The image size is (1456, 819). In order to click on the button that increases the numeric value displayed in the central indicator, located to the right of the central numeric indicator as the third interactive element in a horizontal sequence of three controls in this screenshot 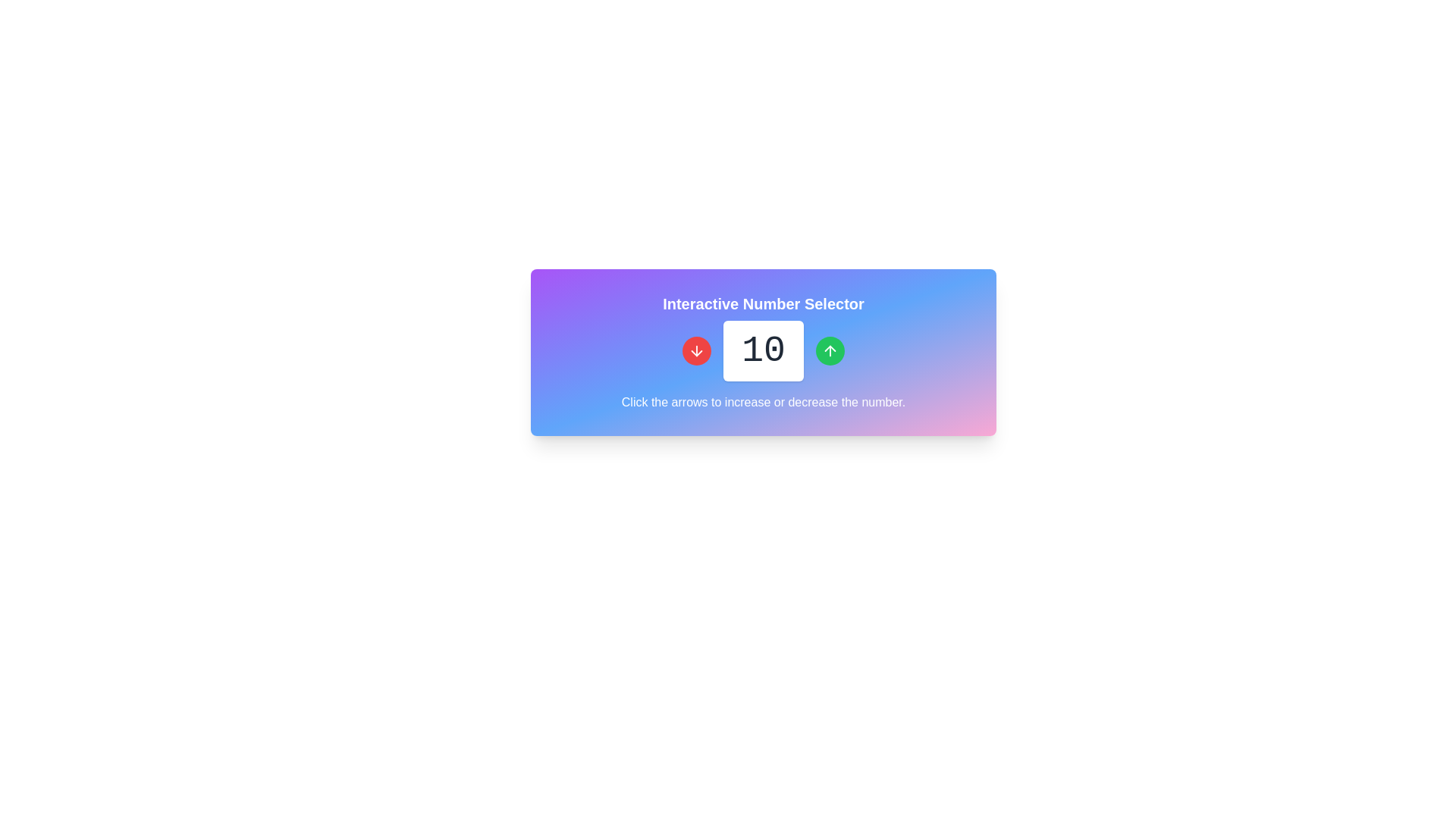, I will do `click(829, 350)`.